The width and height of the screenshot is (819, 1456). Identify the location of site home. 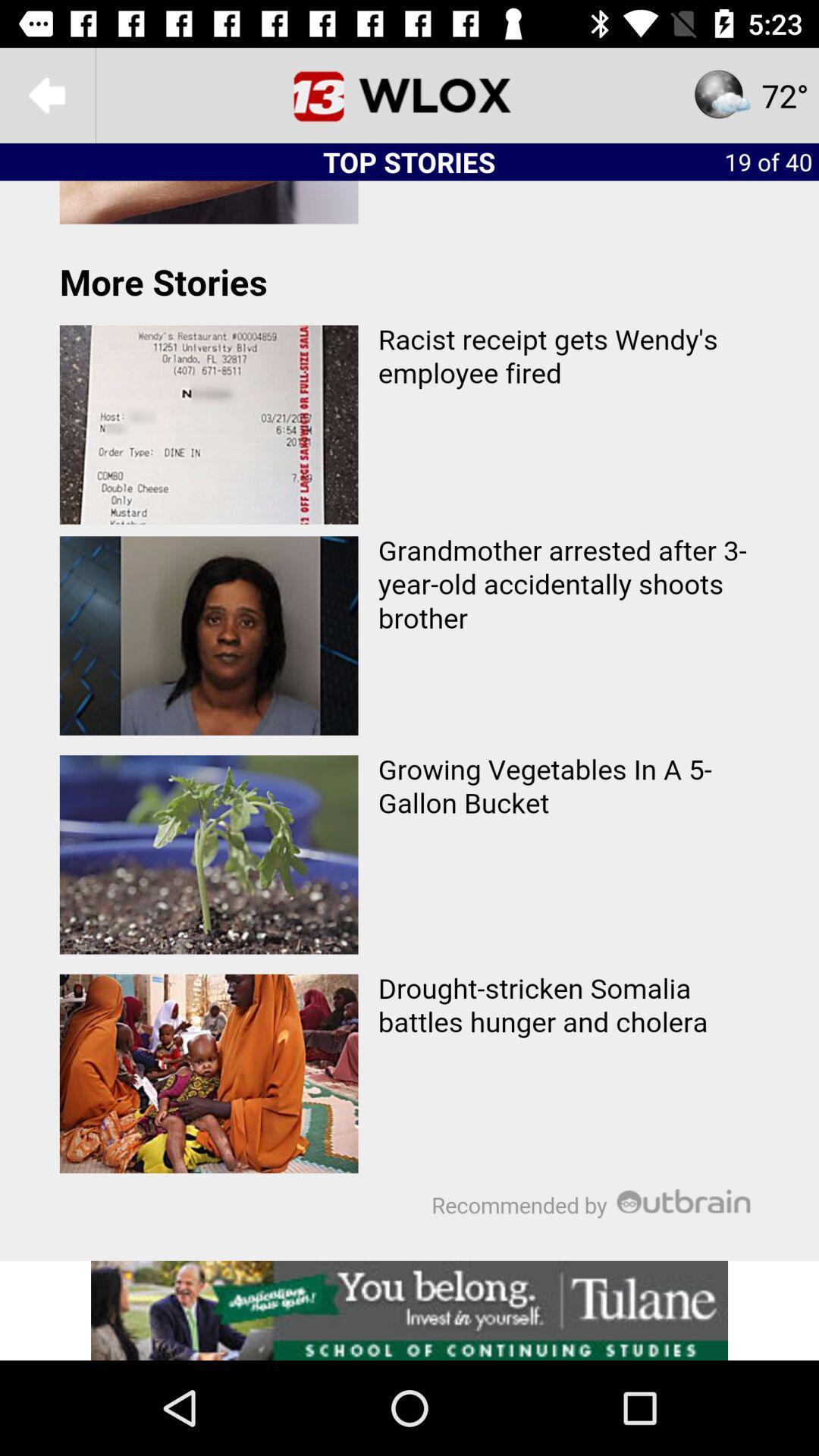
(409, 94).